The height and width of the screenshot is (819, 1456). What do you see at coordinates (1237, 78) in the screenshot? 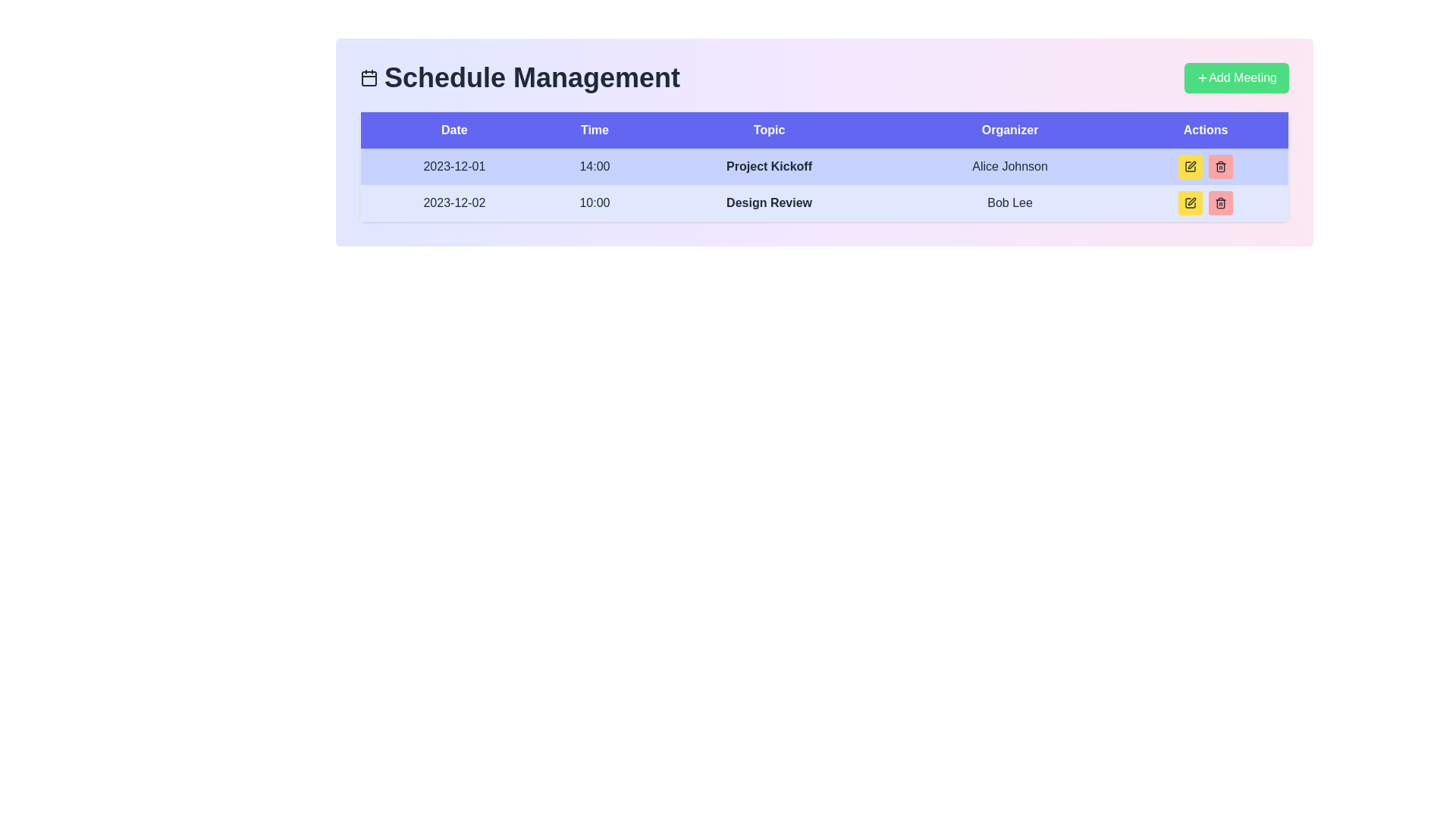
I see `the '+ Add Meeting' button with a green background and a plus sign icon` at bounding box center [1237, 78].